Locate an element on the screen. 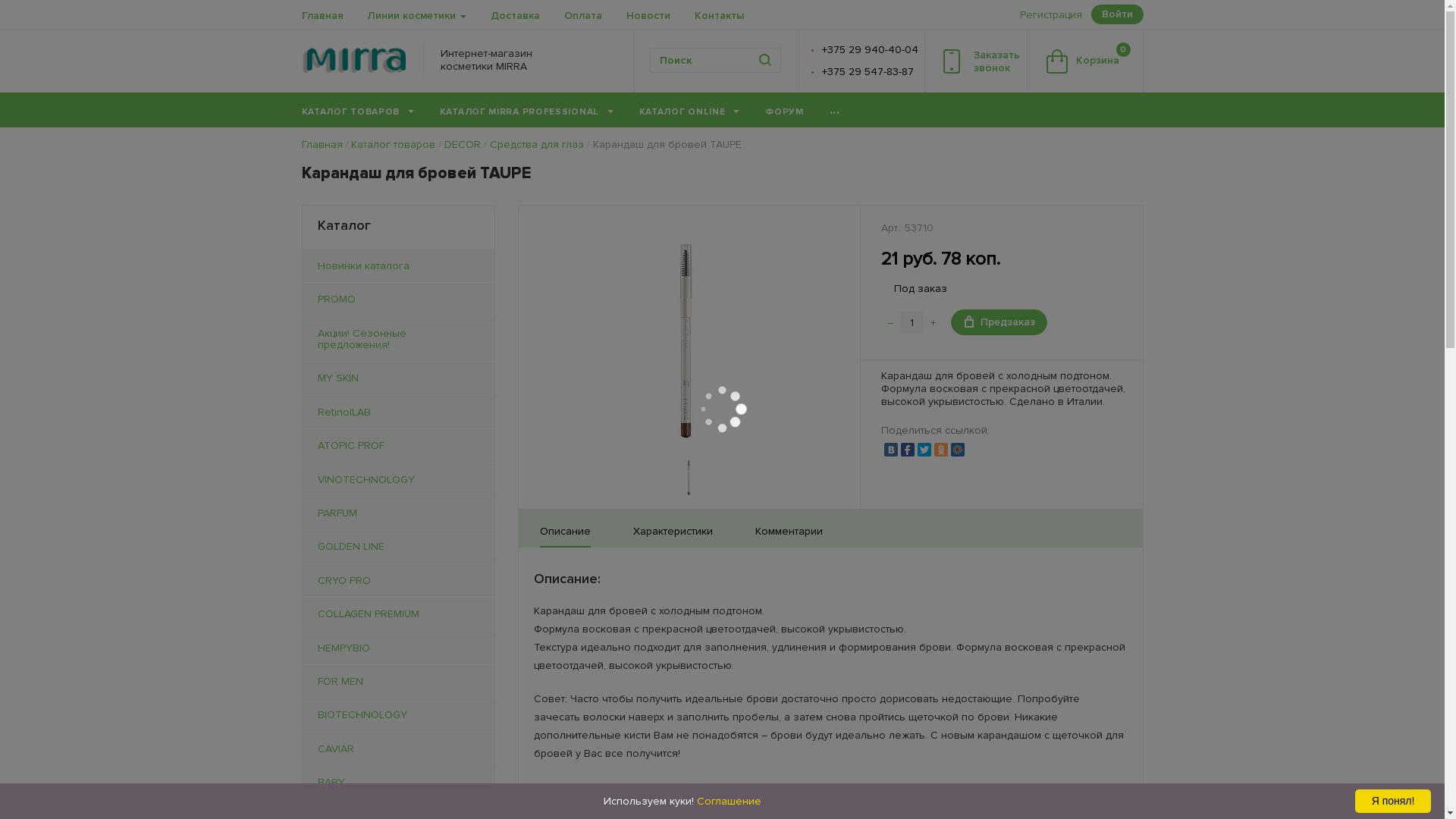 The height and width of the screenshot is (819, 1456). 'ATOPIC PROF' is located at coordinates (397, 444).